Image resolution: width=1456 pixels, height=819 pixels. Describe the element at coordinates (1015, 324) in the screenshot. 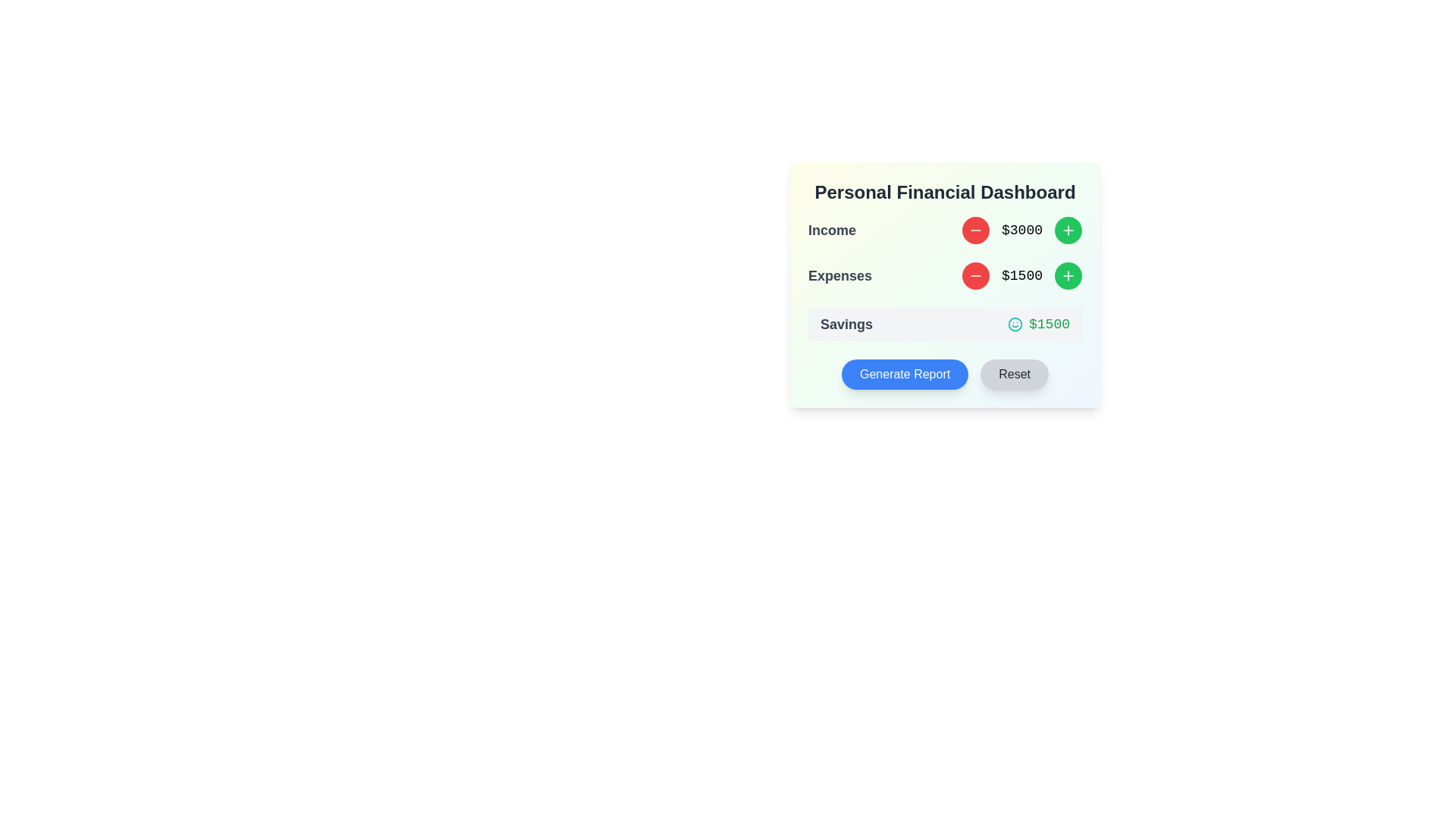

I see `the circular teal stroke icon within the smiley face icon that represents a positive emotion, located next to the '$1500' value under the 'Savings' section of the dashboard` at that location.